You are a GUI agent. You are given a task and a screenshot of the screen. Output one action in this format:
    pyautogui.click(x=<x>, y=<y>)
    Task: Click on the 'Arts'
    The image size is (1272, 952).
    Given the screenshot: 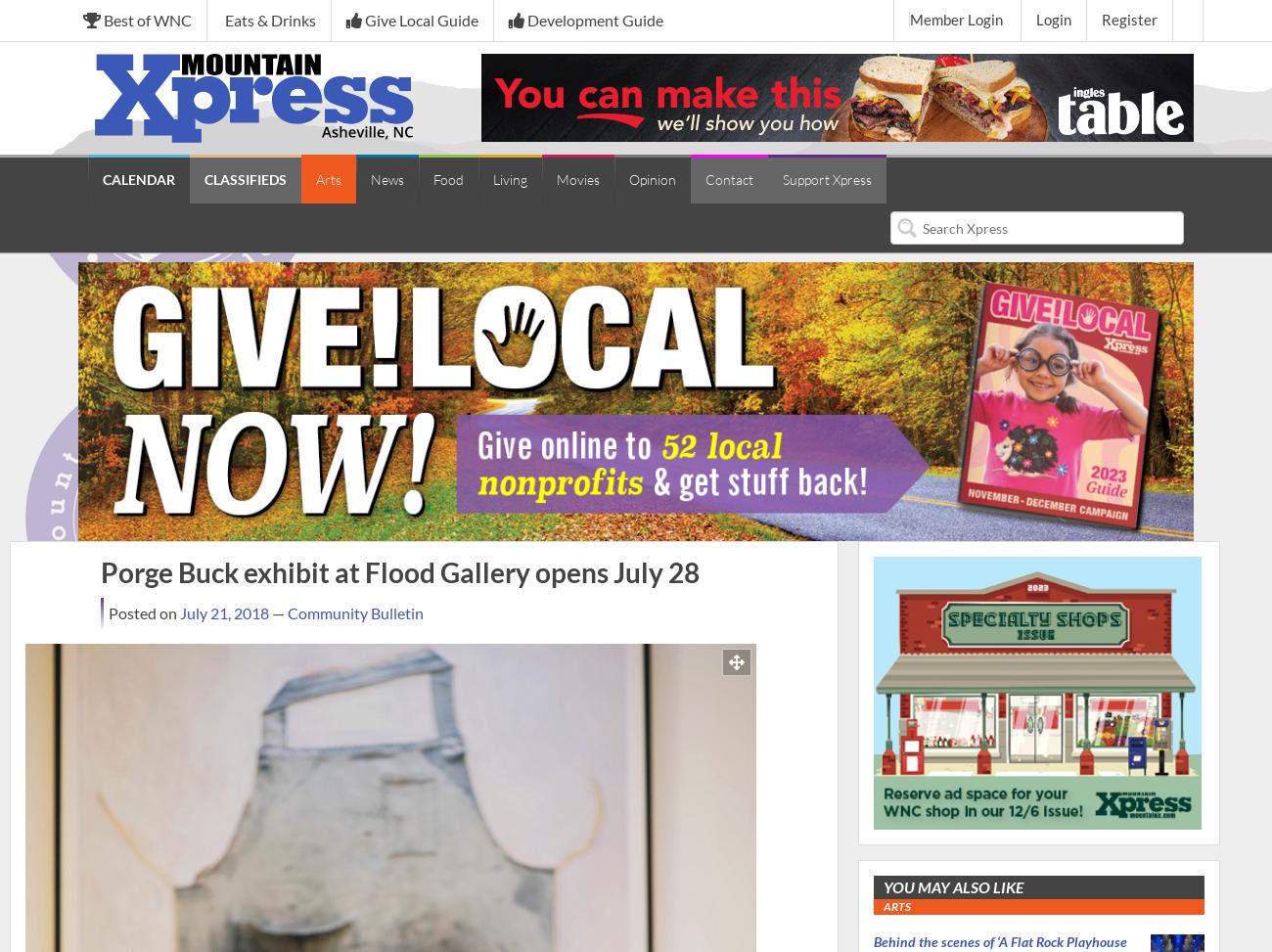 What is the action you would take?
    pyautogui.click(x=328, y=179)
    